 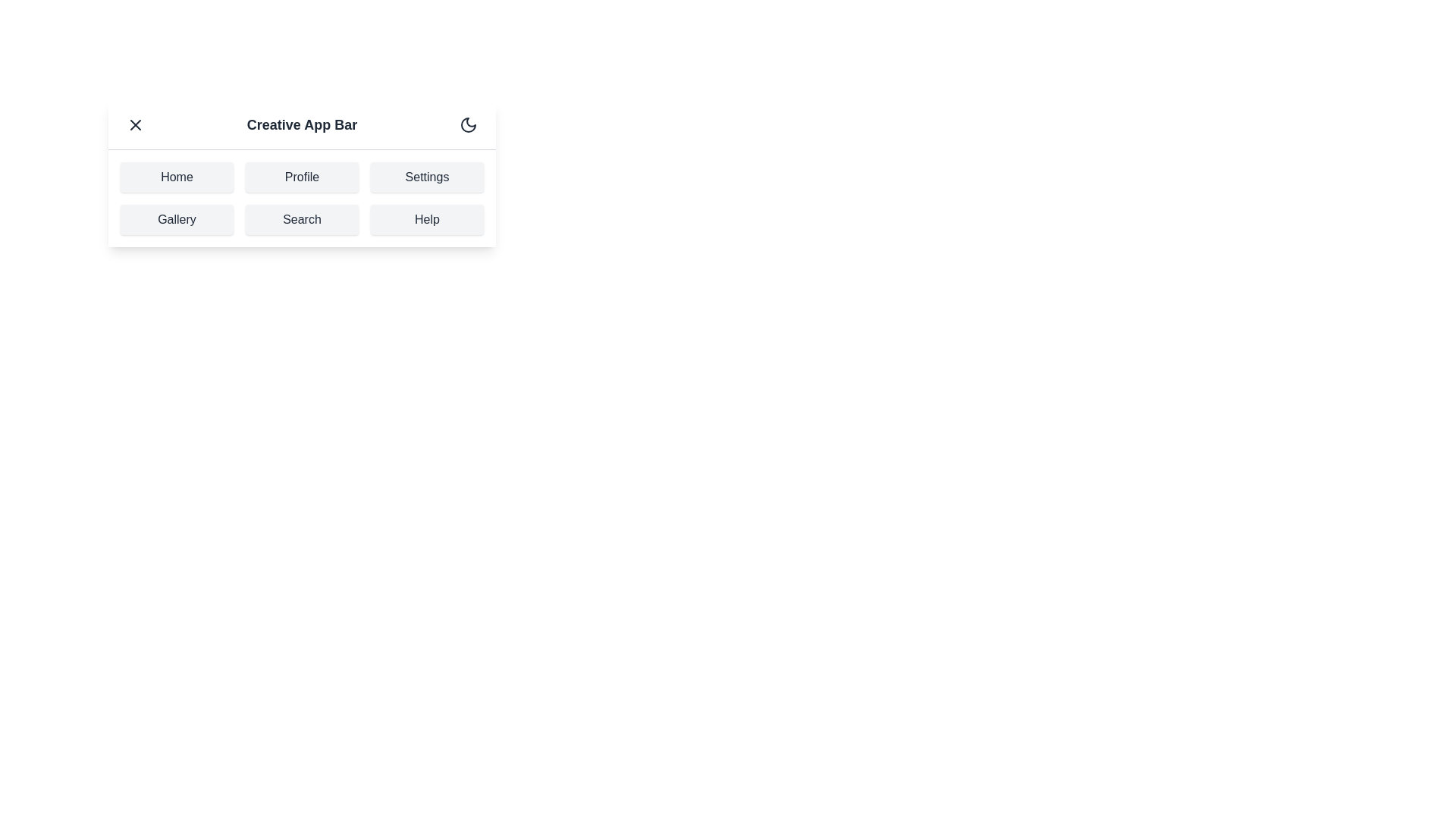 What do you see at coordinates (302, 219) in the screenshot?
I see `the navigation item labeled Search` at bounding box center [302, 219].